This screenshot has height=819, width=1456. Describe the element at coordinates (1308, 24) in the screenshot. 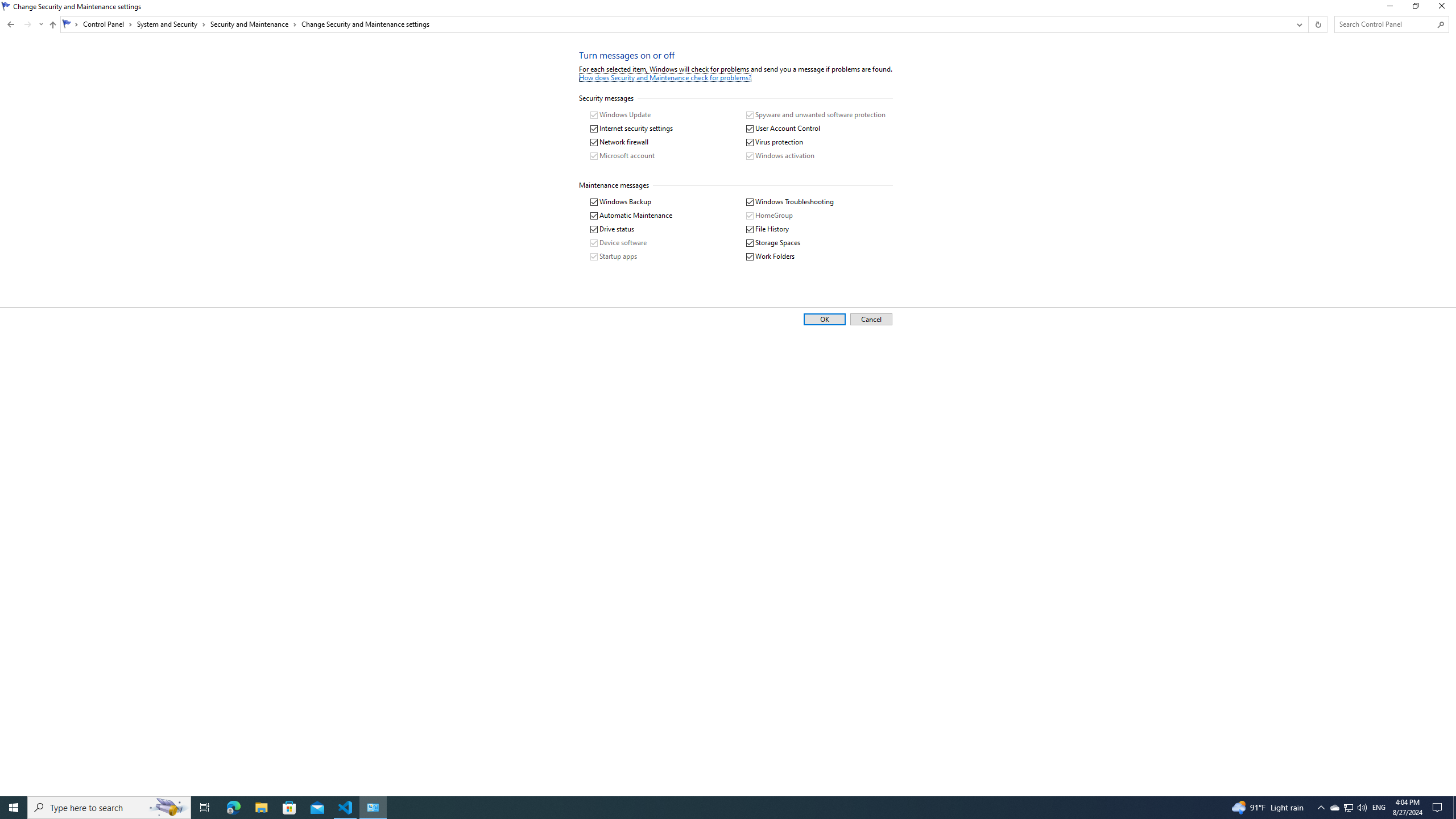

I see `'Address band toolbar'` at that location.